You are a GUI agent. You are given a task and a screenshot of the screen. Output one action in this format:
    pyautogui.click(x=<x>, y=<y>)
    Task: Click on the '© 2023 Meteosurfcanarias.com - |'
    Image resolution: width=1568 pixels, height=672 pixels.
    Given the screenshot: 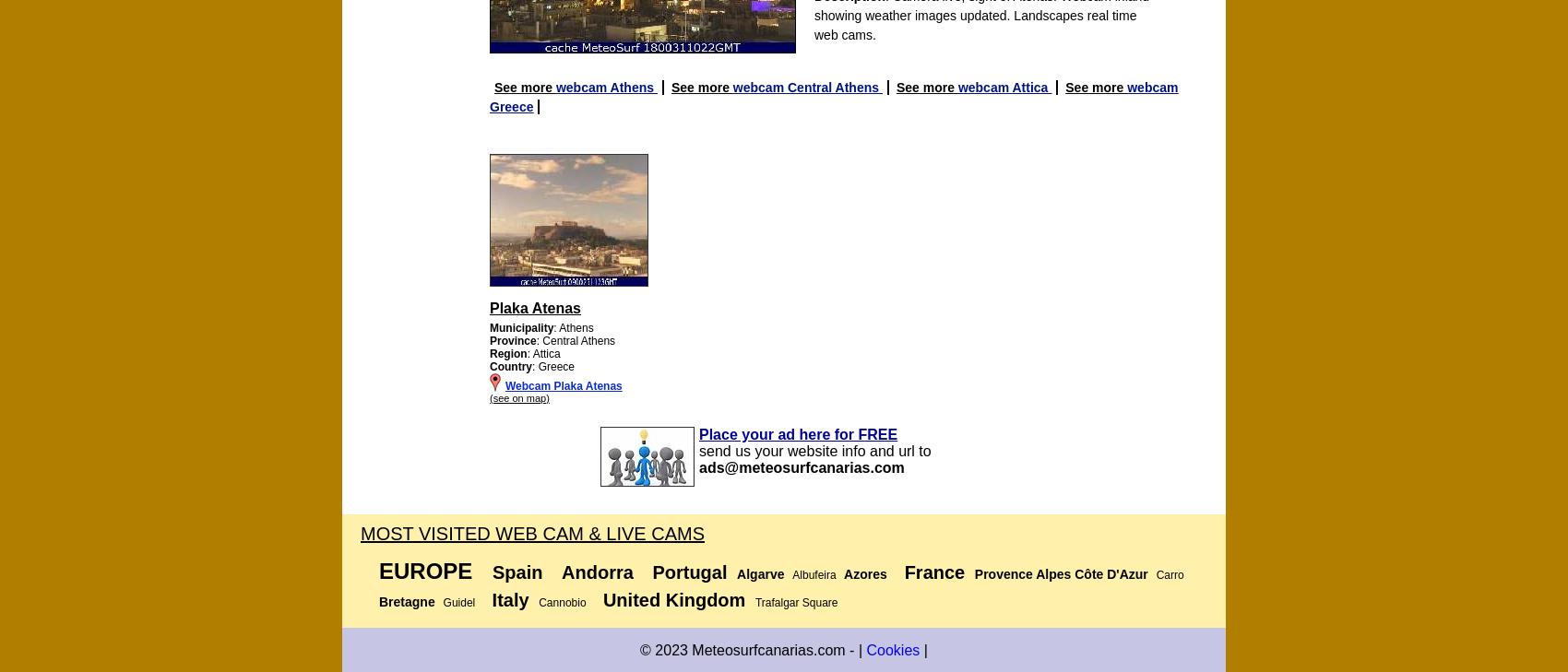 What is the action you would take?
    pyautogui.click(x=752, y=650)
    